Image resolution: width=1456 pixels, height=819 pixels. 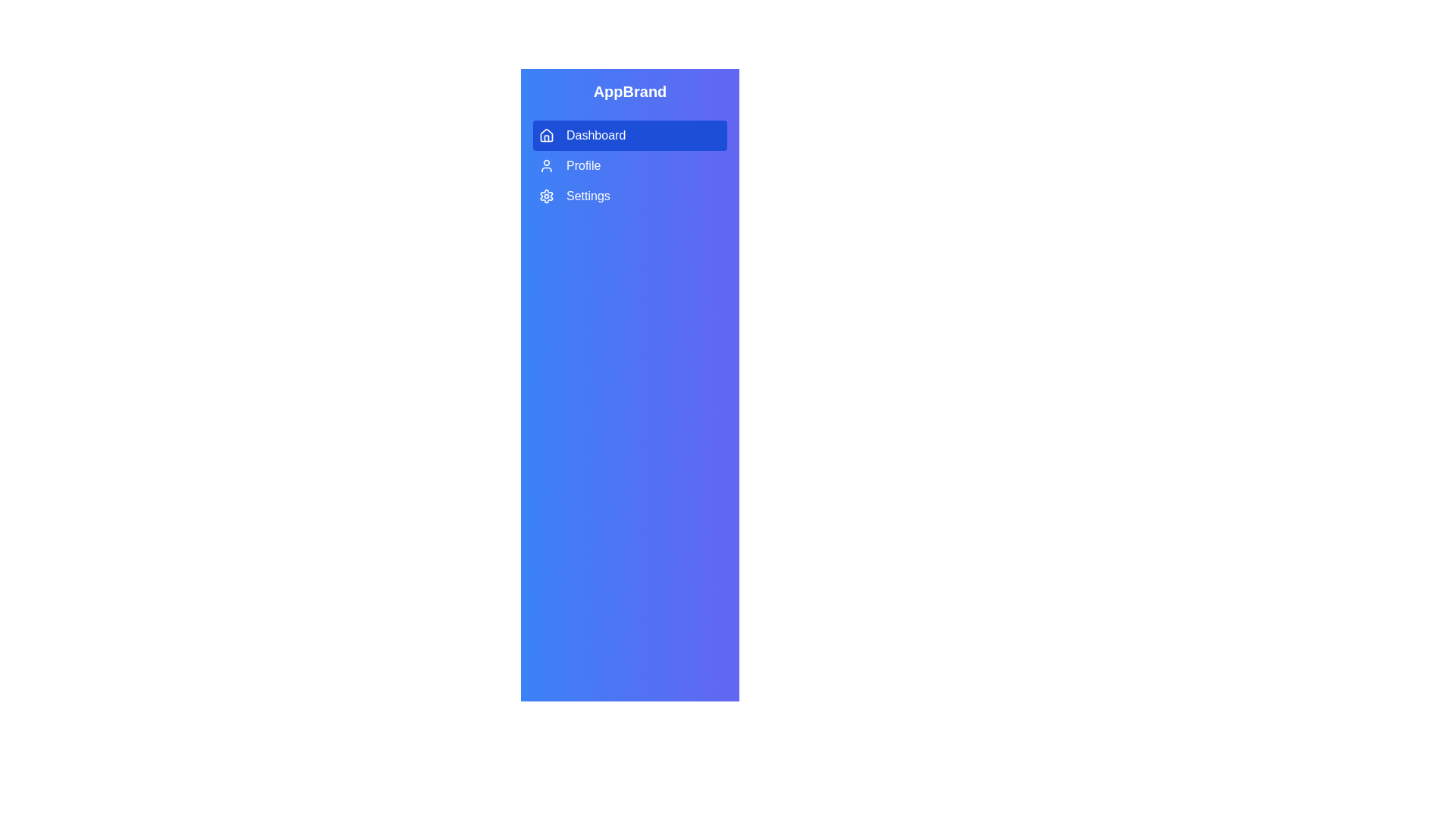 What do you see at coordinates (629, 146) in the screenshot?
I see `the 'Dashboard' navigation link element with a blue background and a white house icon` at bounding box center [629, 146].